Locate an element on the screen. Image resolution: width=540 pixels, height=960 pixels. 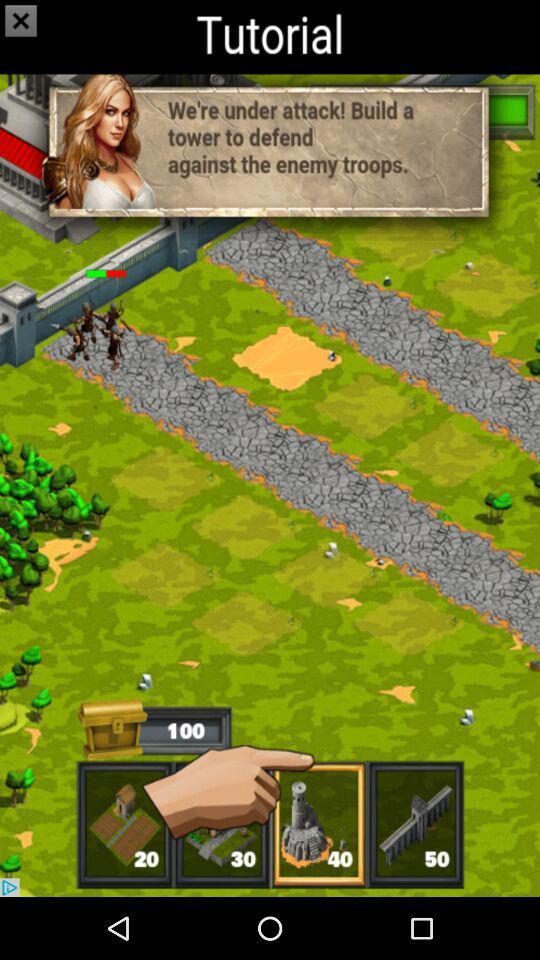
the close icon is located at coordinates (20, 21).